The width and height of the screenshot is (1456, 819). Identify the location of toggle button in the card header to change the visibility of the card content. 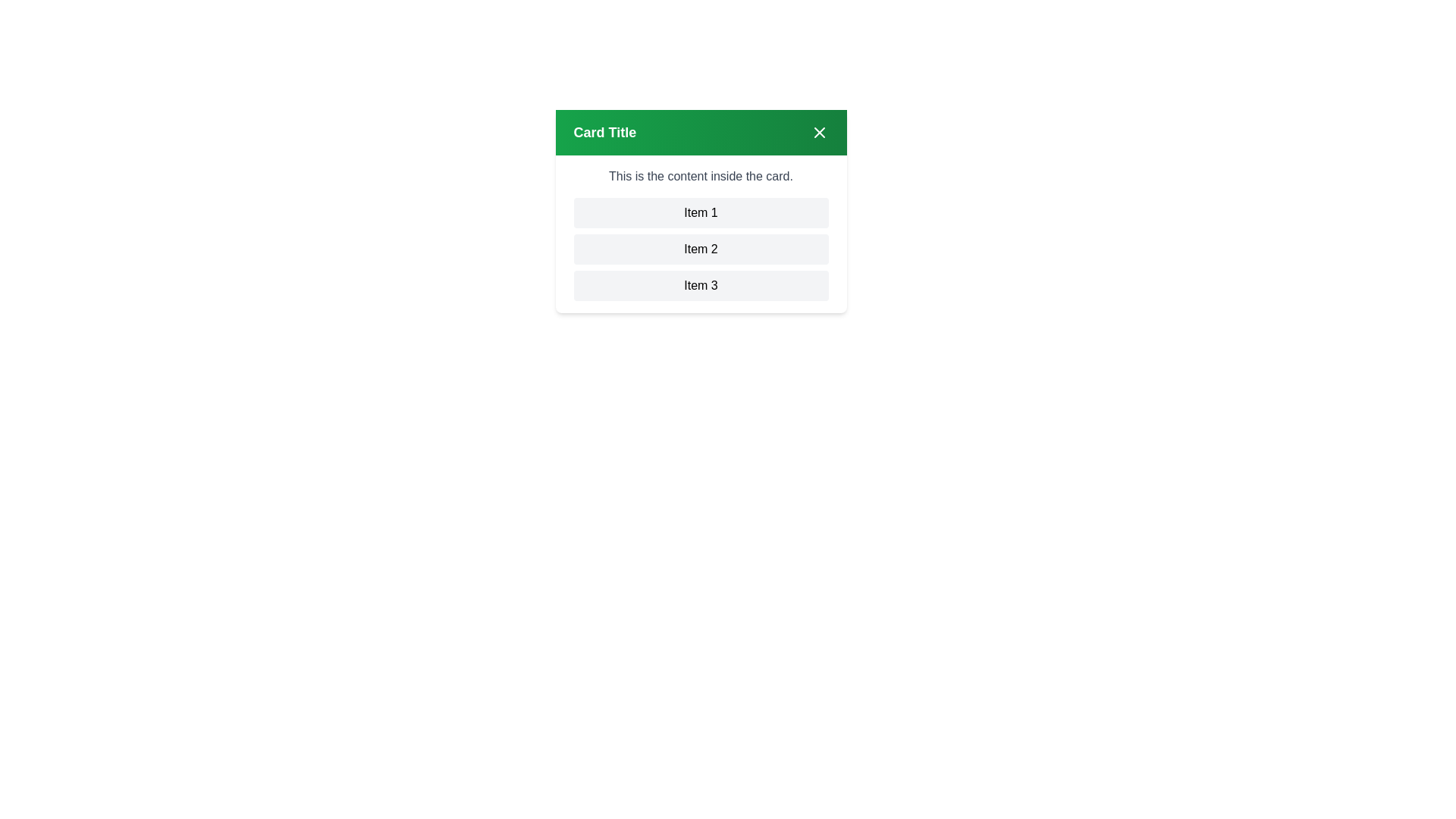
(818, 131).